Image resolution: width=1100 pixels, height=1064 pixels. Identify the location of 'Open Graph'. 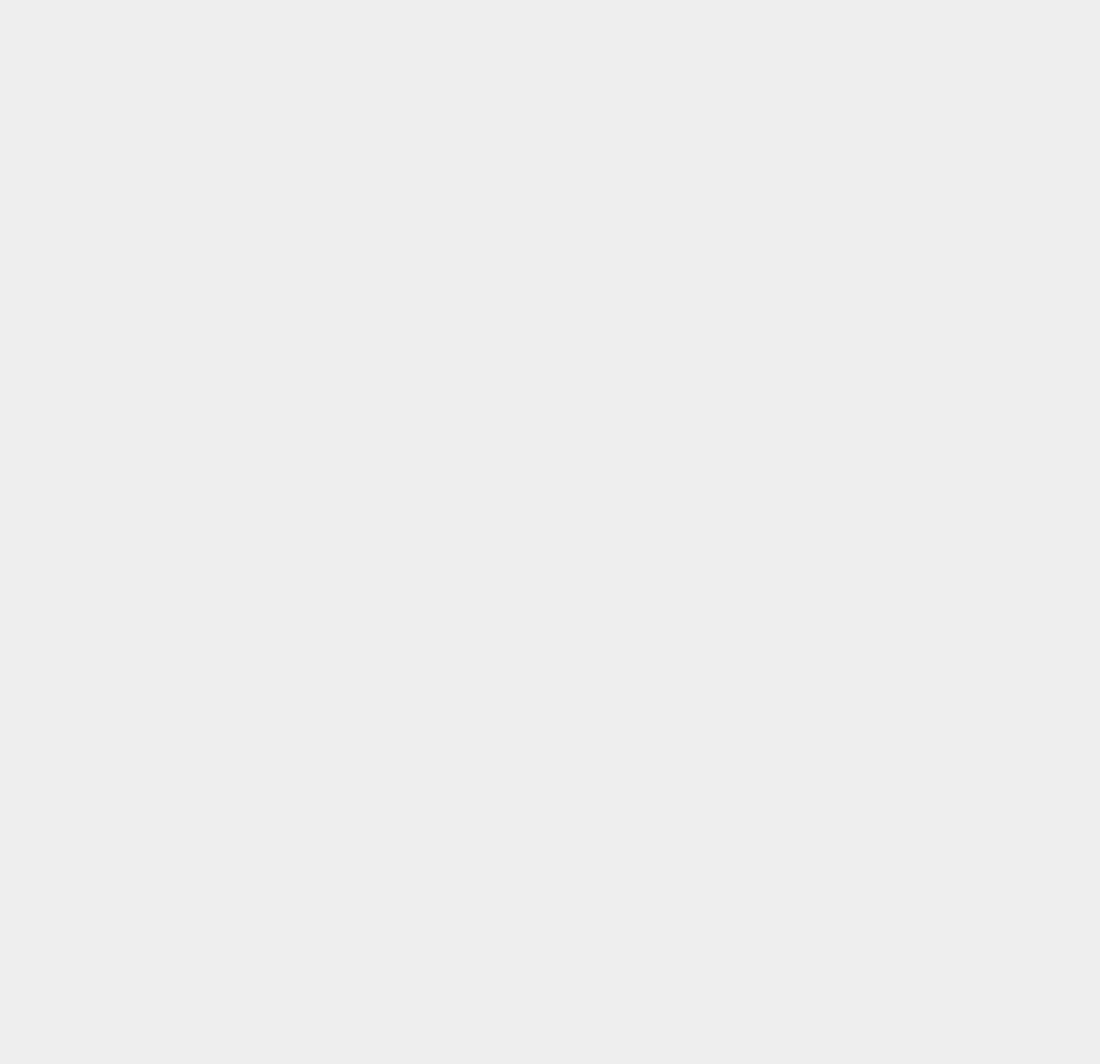
(815, 895).